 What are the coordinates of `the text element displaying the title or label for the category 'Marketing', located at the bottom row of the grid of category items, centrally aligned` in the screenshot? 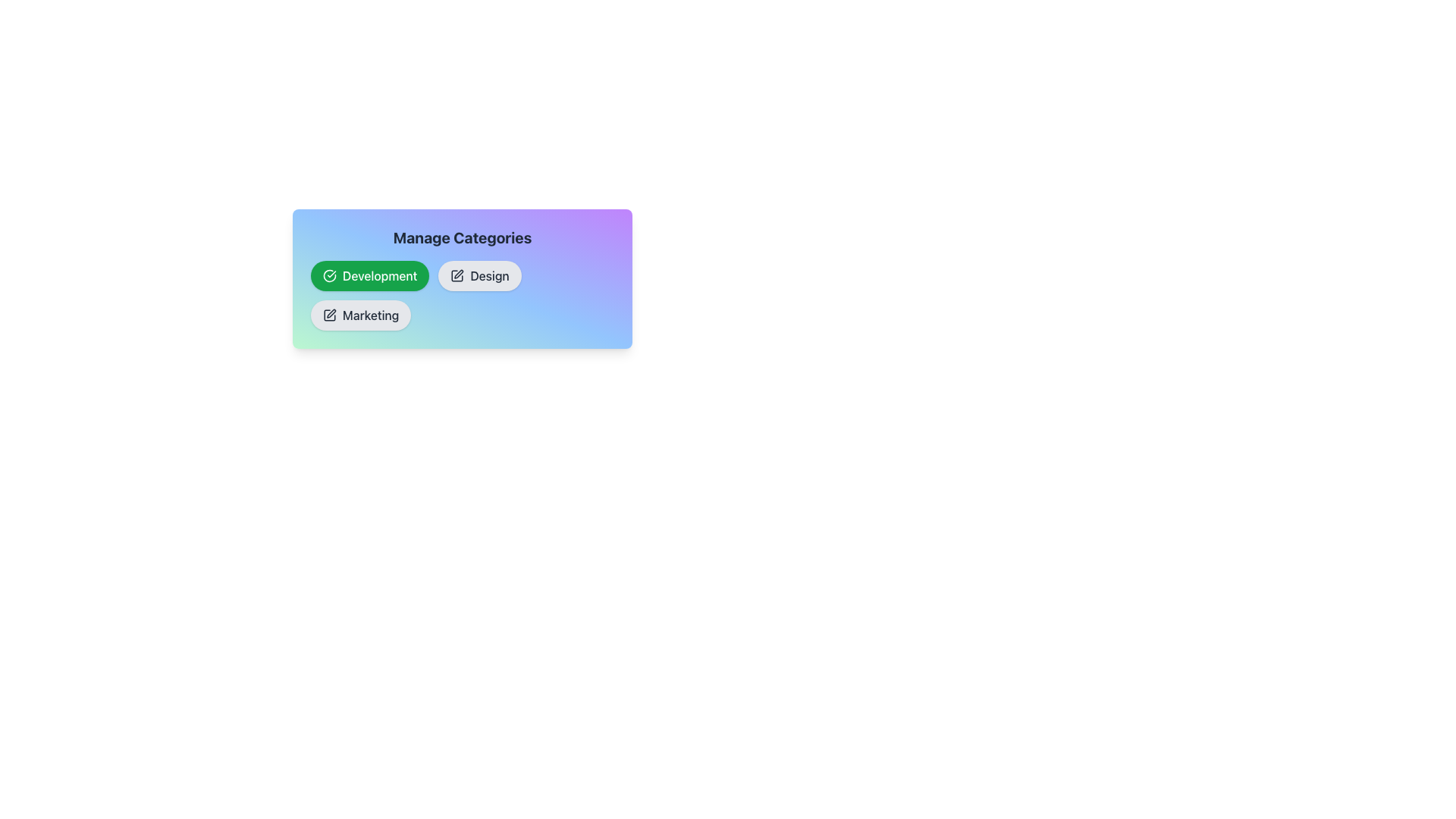 It's located at (371, 315).